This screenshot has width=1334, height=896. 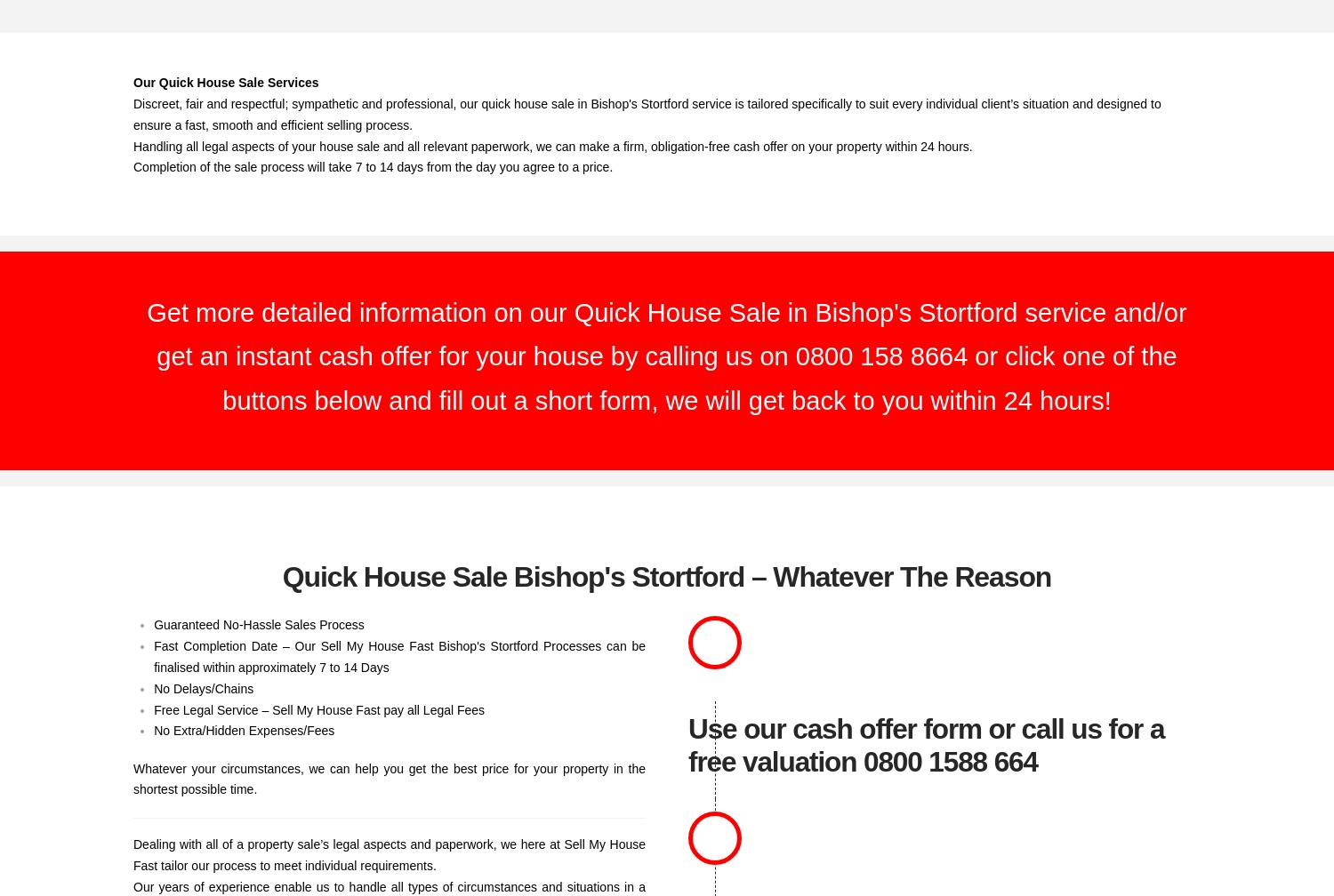 I want to click on 'Handling all legal aspects of your house sale and all relevant paperwork, we can make a firm, obligation-free cash offer on your property within 24 hours.', so click(x=551, y=146).